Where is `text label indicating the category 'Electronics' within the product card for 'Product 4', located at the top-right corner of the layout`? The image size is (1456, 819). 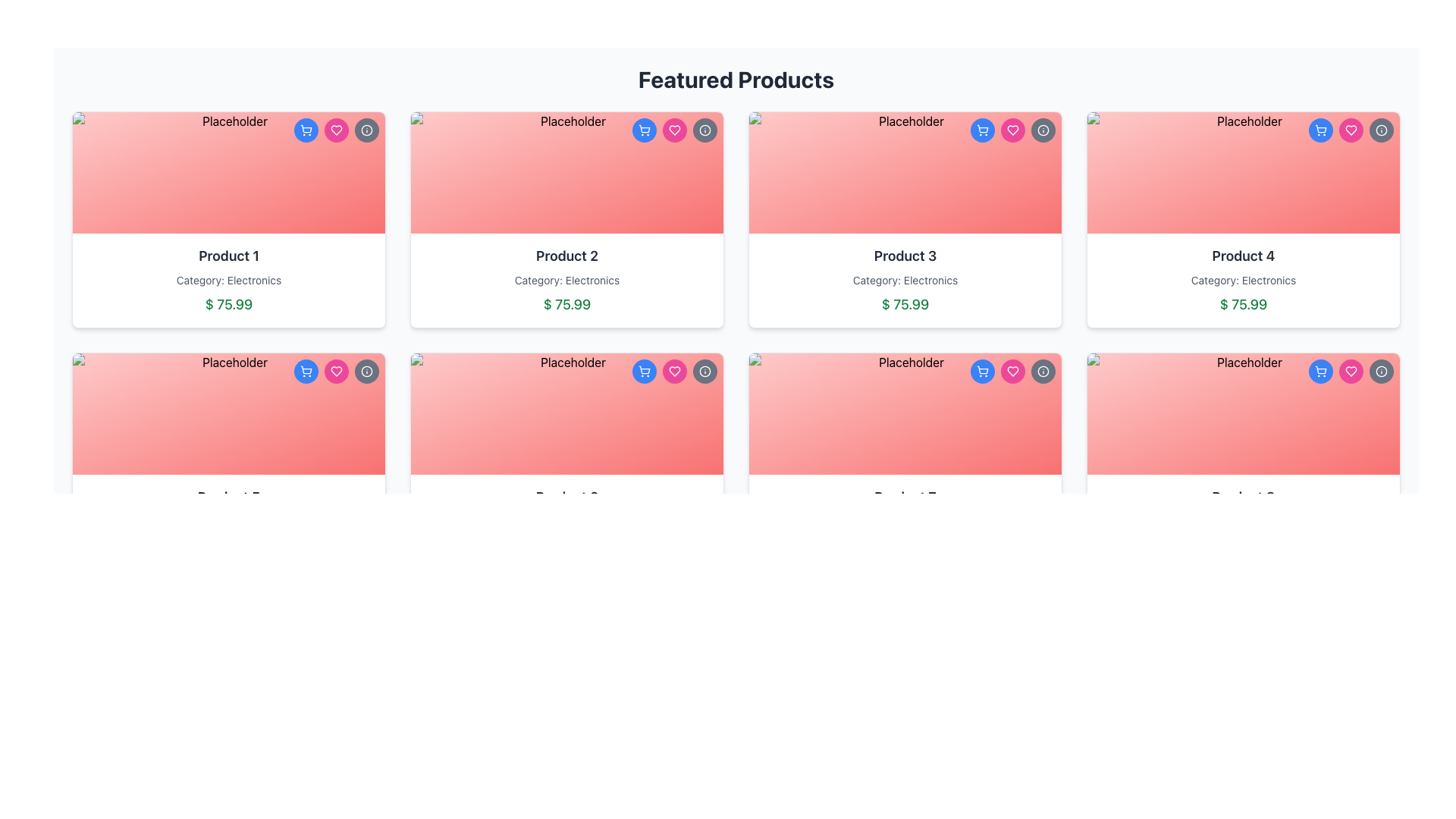
text label indicating the category 'Electronics' within the product card for 'Product 4', located at the top-right corner of the layout is located at coordinates (1244, 281).